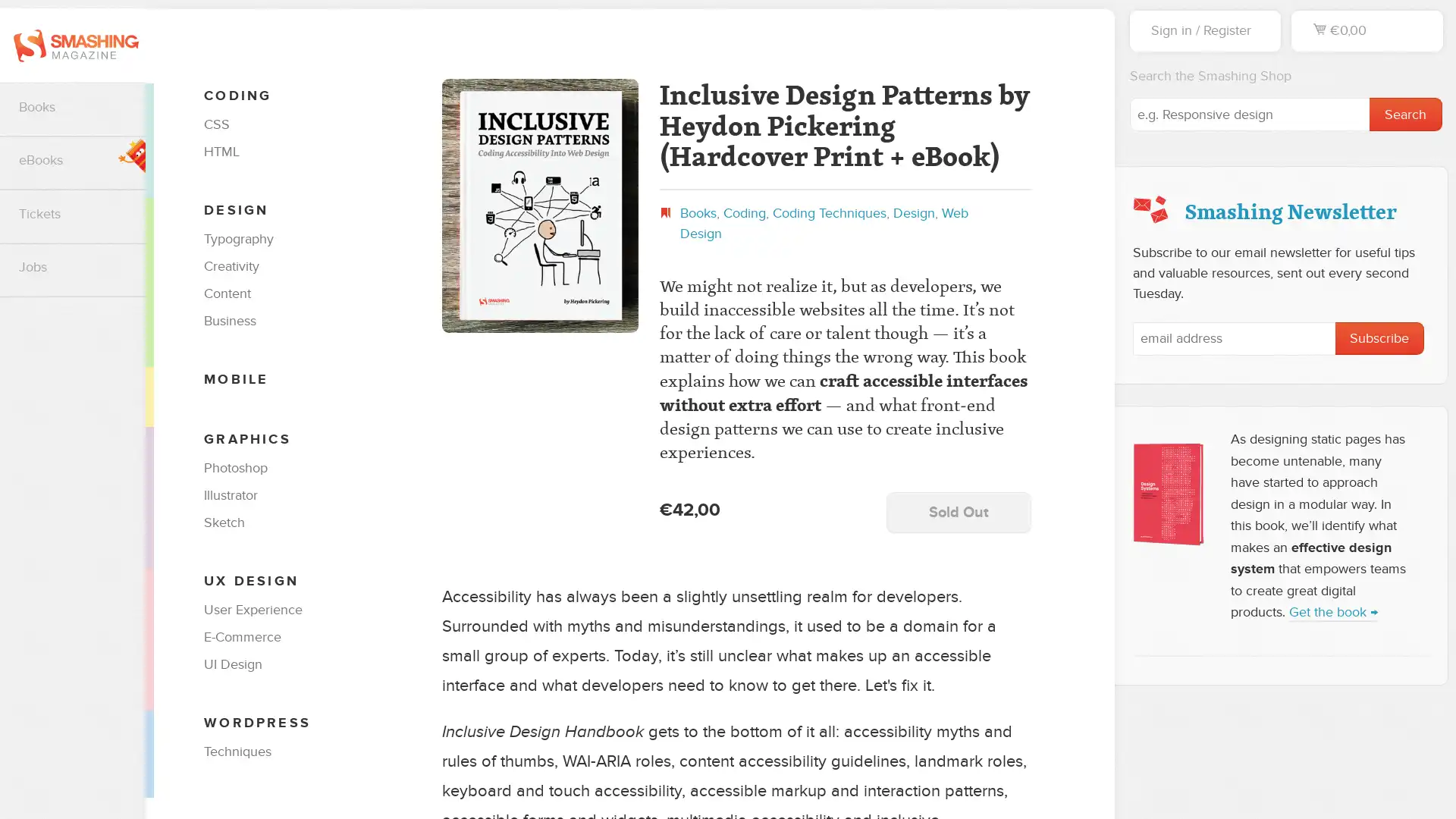 This screenshot has height=819, width=1456. I want to click on Search, so click(1404, 113).